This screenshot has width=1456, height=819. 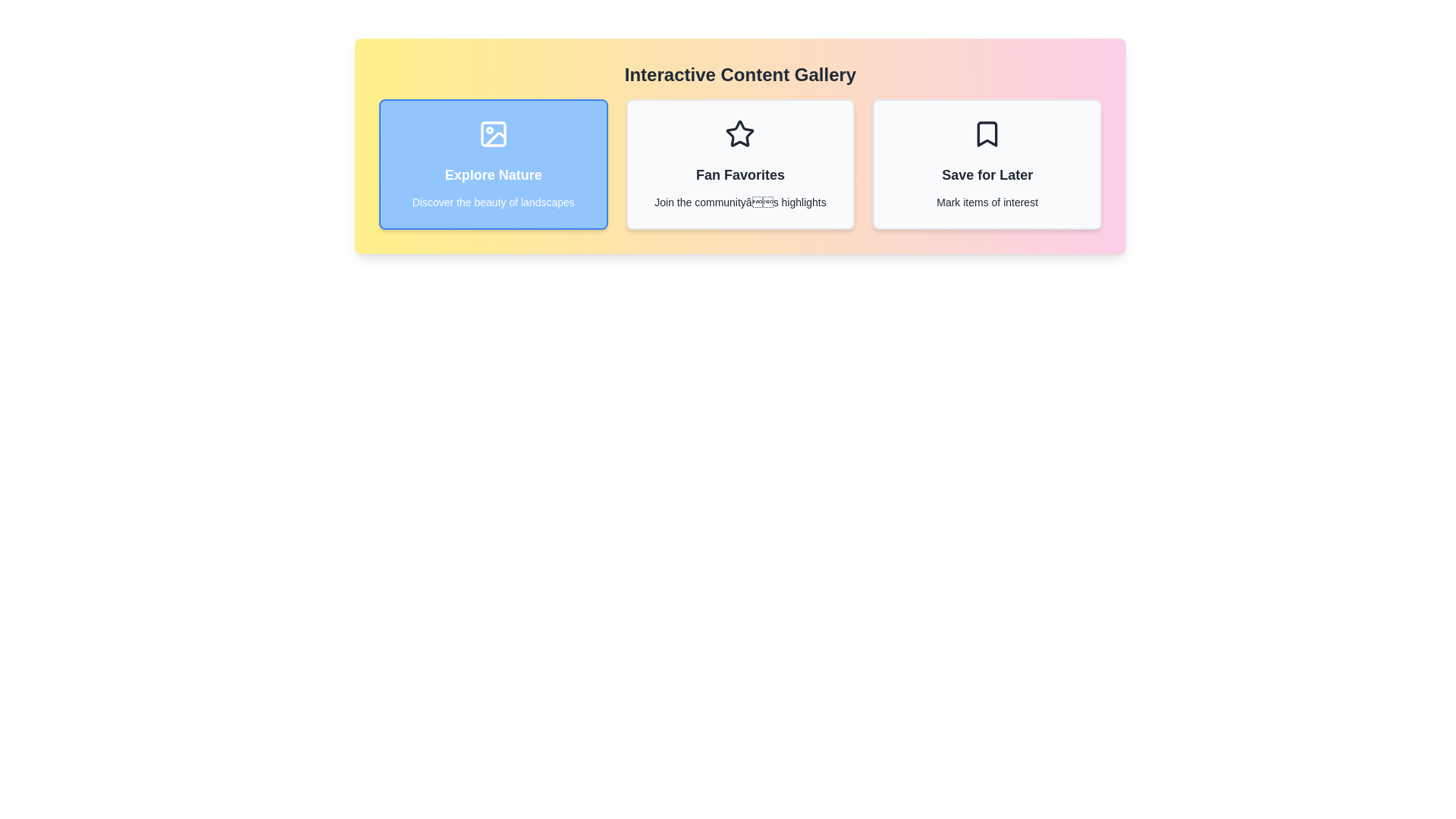 I want to click on the element Explore Nature for accessibility testing, so click(x=493, y=164).